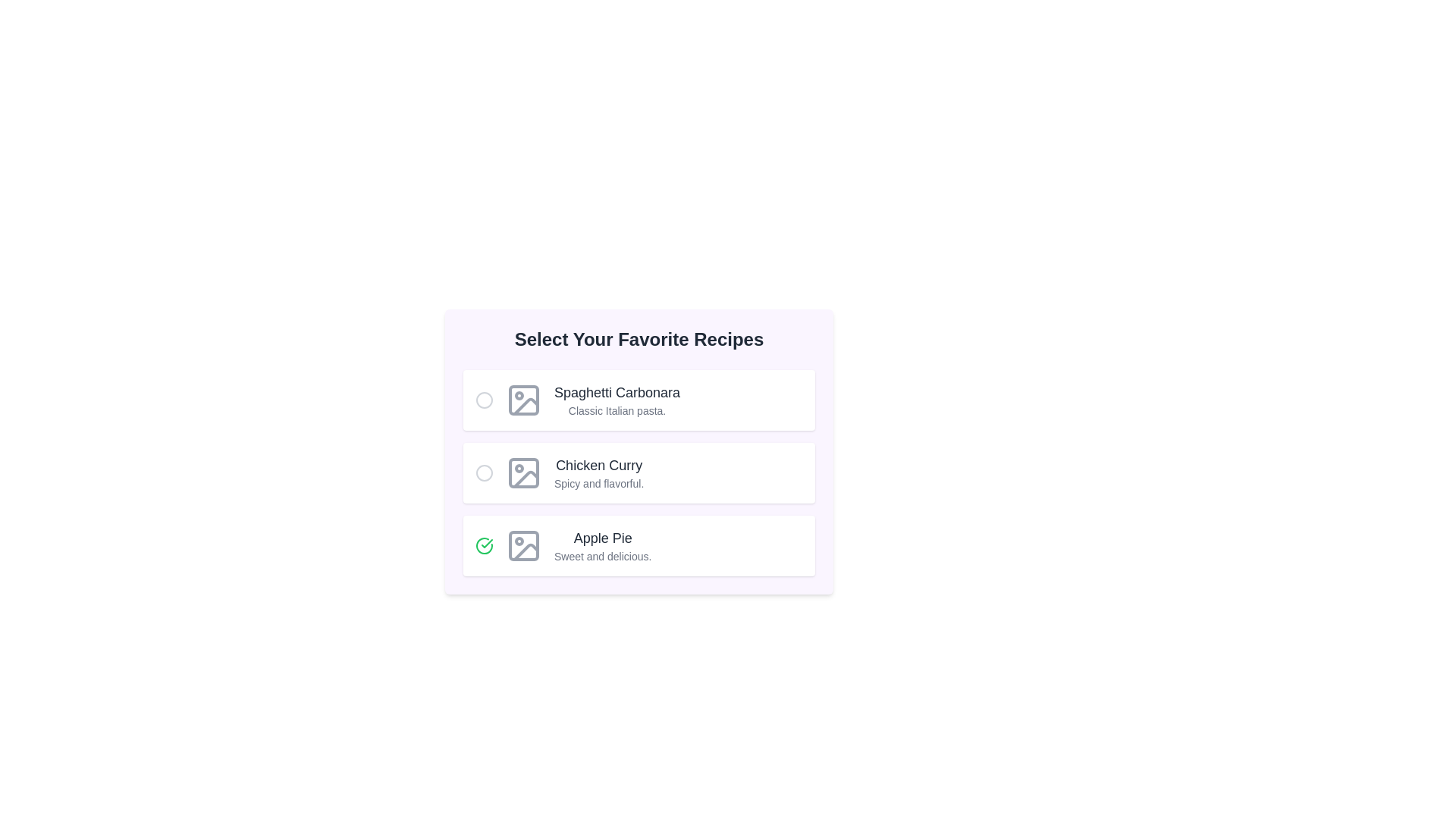  I want to click on the recipe identified by its name Chicken Curry, so click(483, 472).